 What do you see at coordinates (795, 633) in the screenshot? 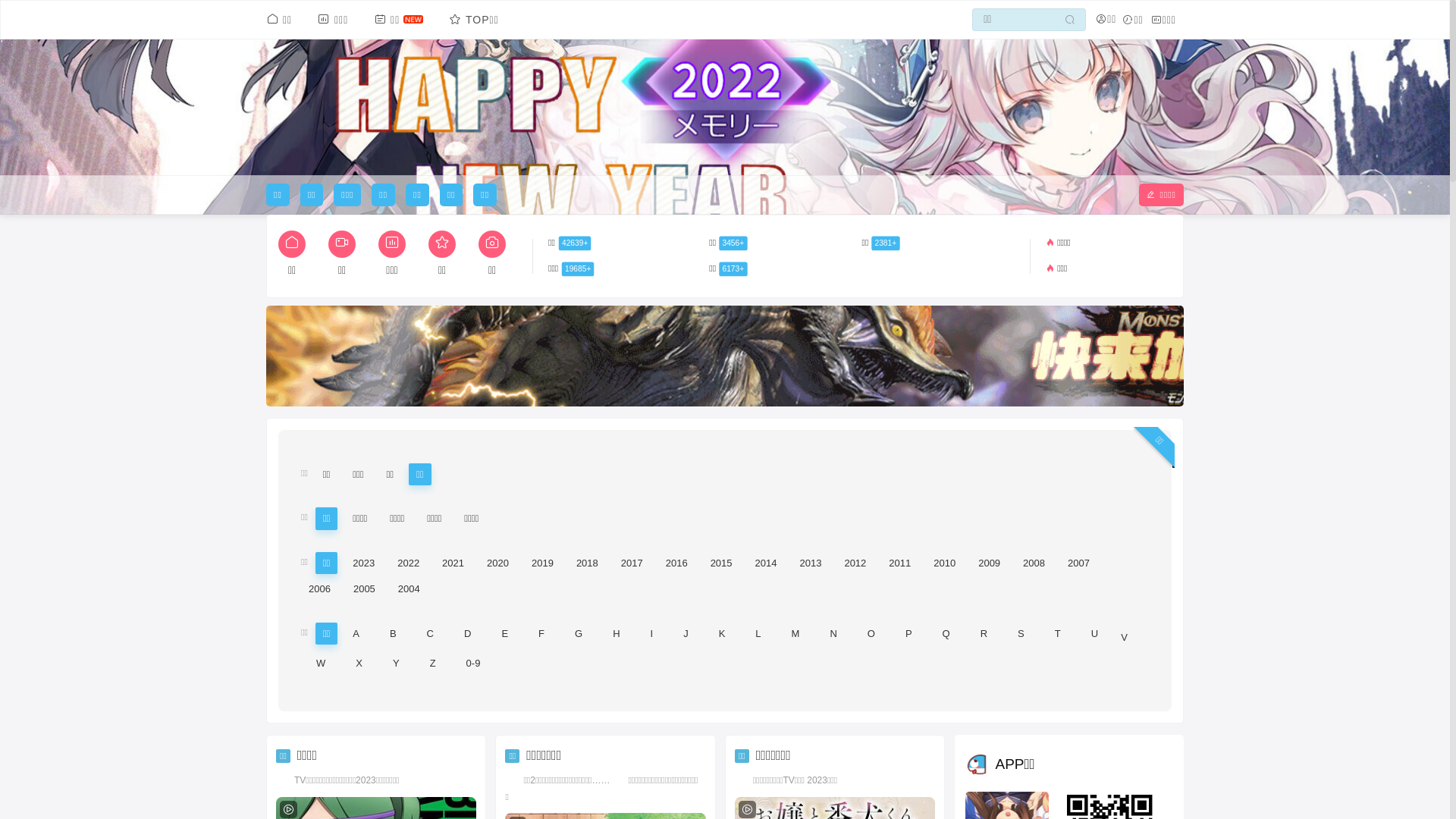
I see `'M'` at bounding box center [795, 633].